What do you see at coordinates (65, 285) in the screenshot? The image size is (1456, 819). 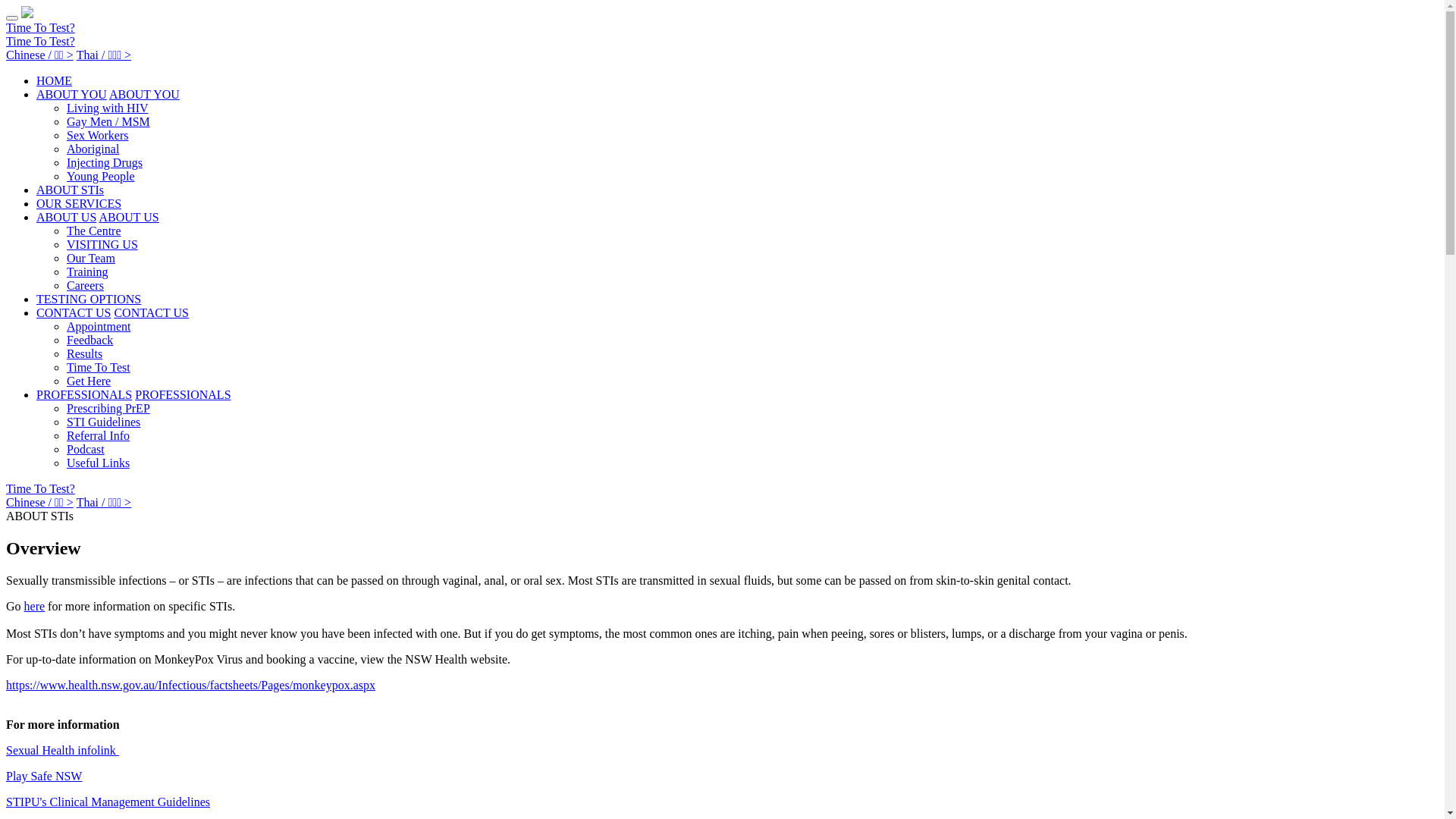 I see `'Careers'` at bounding box center [65, 285].